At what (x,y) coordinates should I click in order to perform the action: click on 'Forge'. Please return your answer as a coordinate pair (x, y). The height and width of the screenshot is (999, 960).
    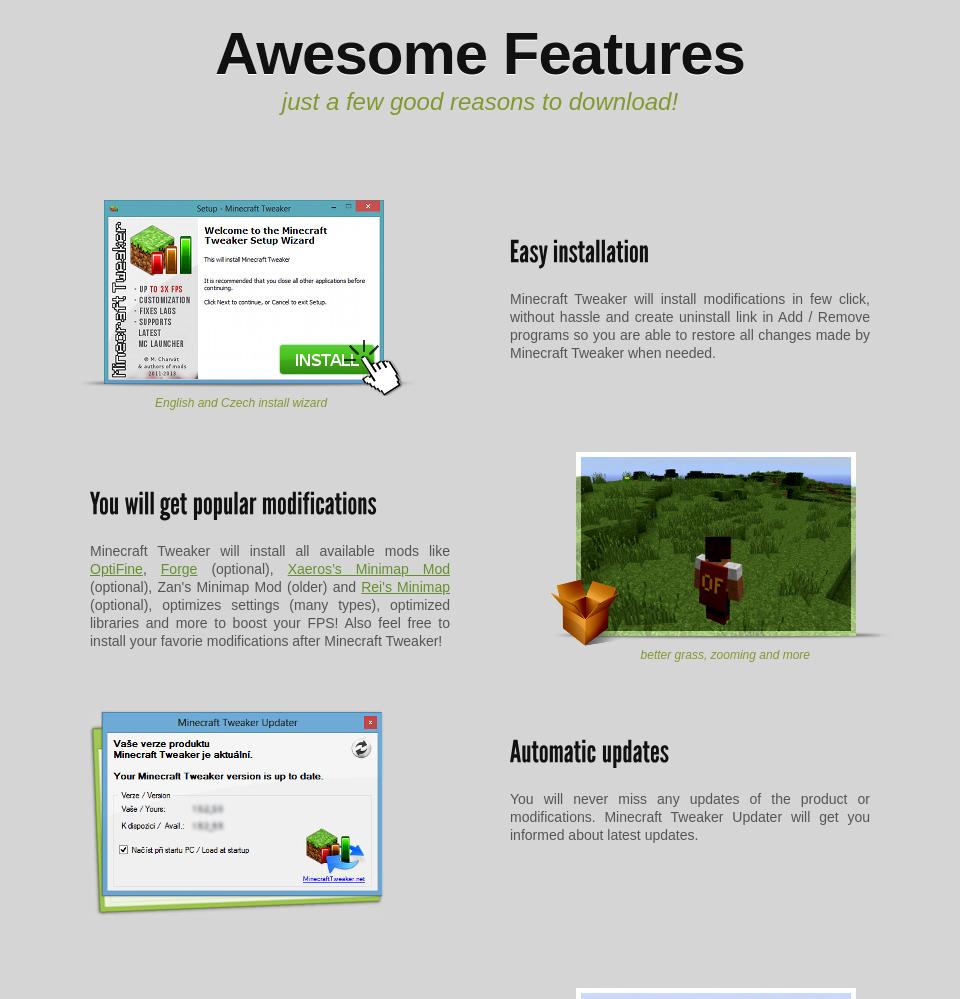
    Looking at the image, I should click on (177, 569).